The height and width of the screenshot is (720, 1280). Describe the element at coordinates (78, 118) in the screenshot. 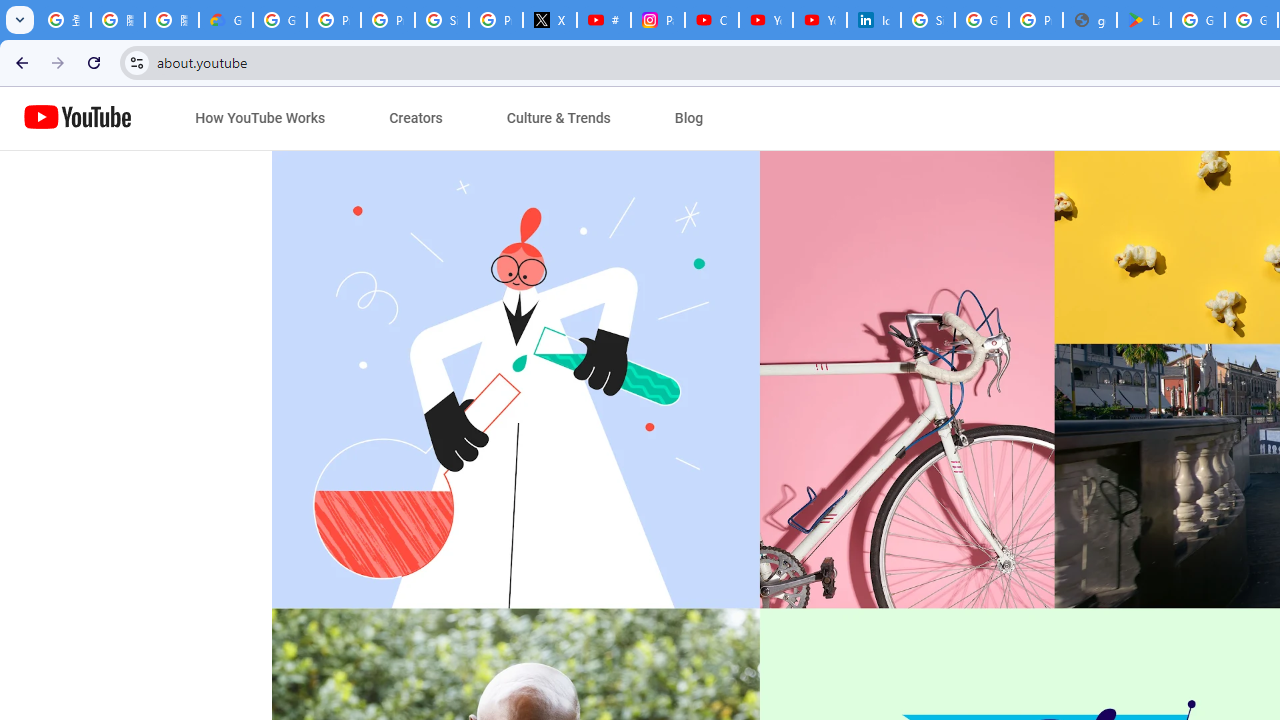

I see `'Home page link'` at that location.